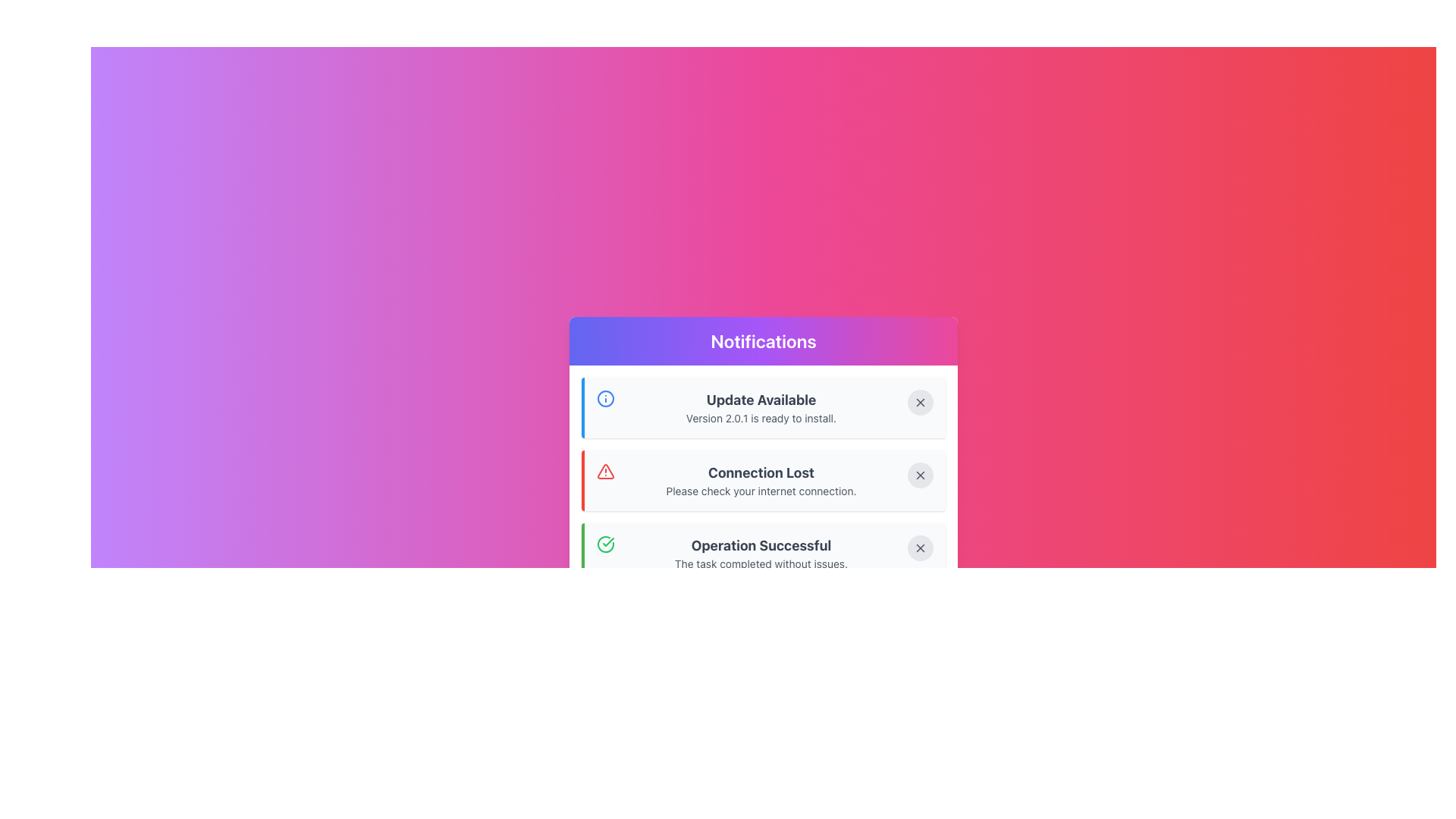 This screenshot has width=1456, height=819. What do you see at coordinates (761, 418) in the screenshot?
I see `information text displaying the message 'Version 2.0.1 is ready to install.' located below the 'Update Available' heading in the notification card` at bounding box center [761, 418].